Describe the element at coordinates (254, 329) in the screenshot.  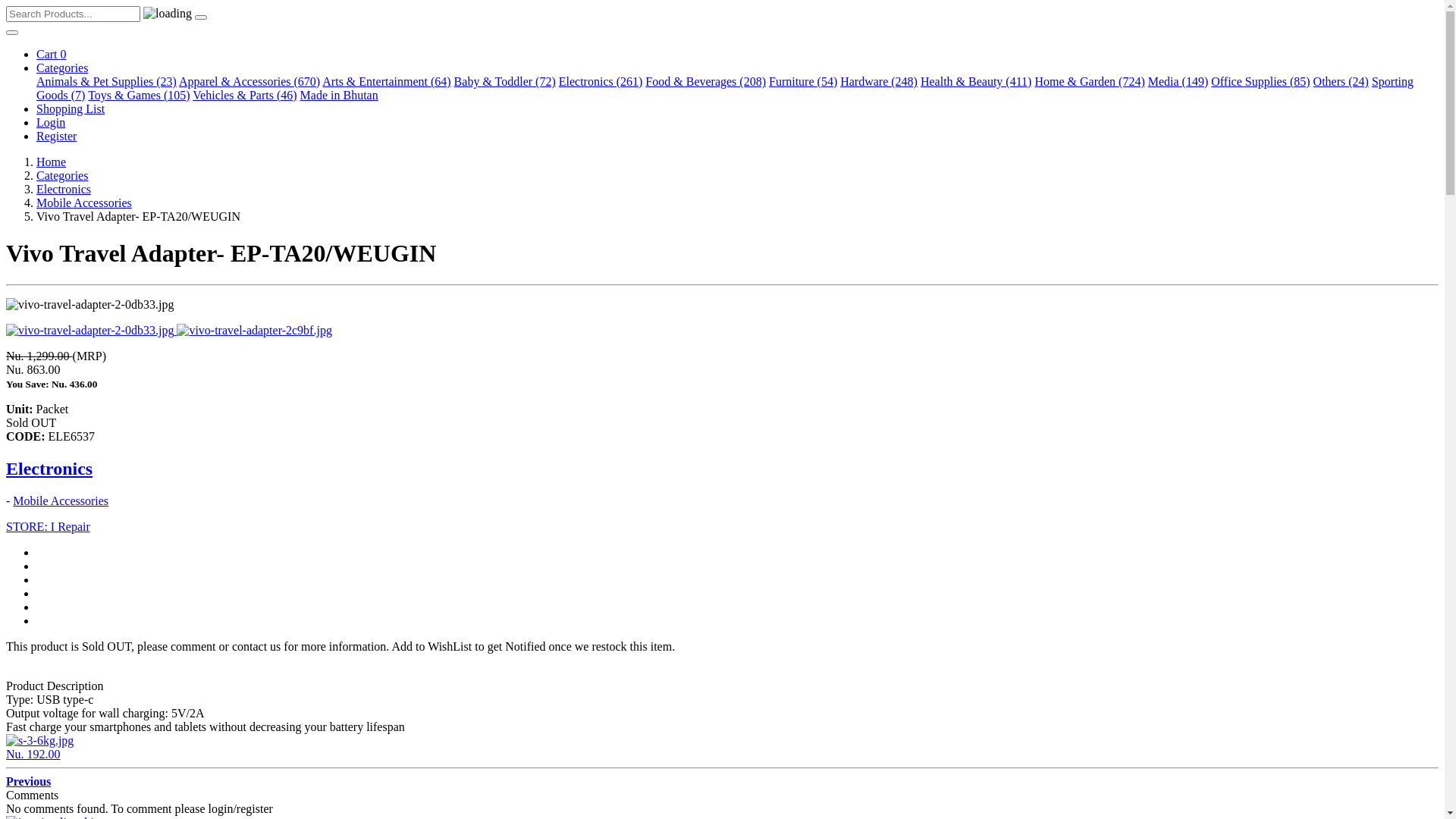
I see `'Vivo Travel Adapter- EP-TA20/WEUGIN'` at that location.